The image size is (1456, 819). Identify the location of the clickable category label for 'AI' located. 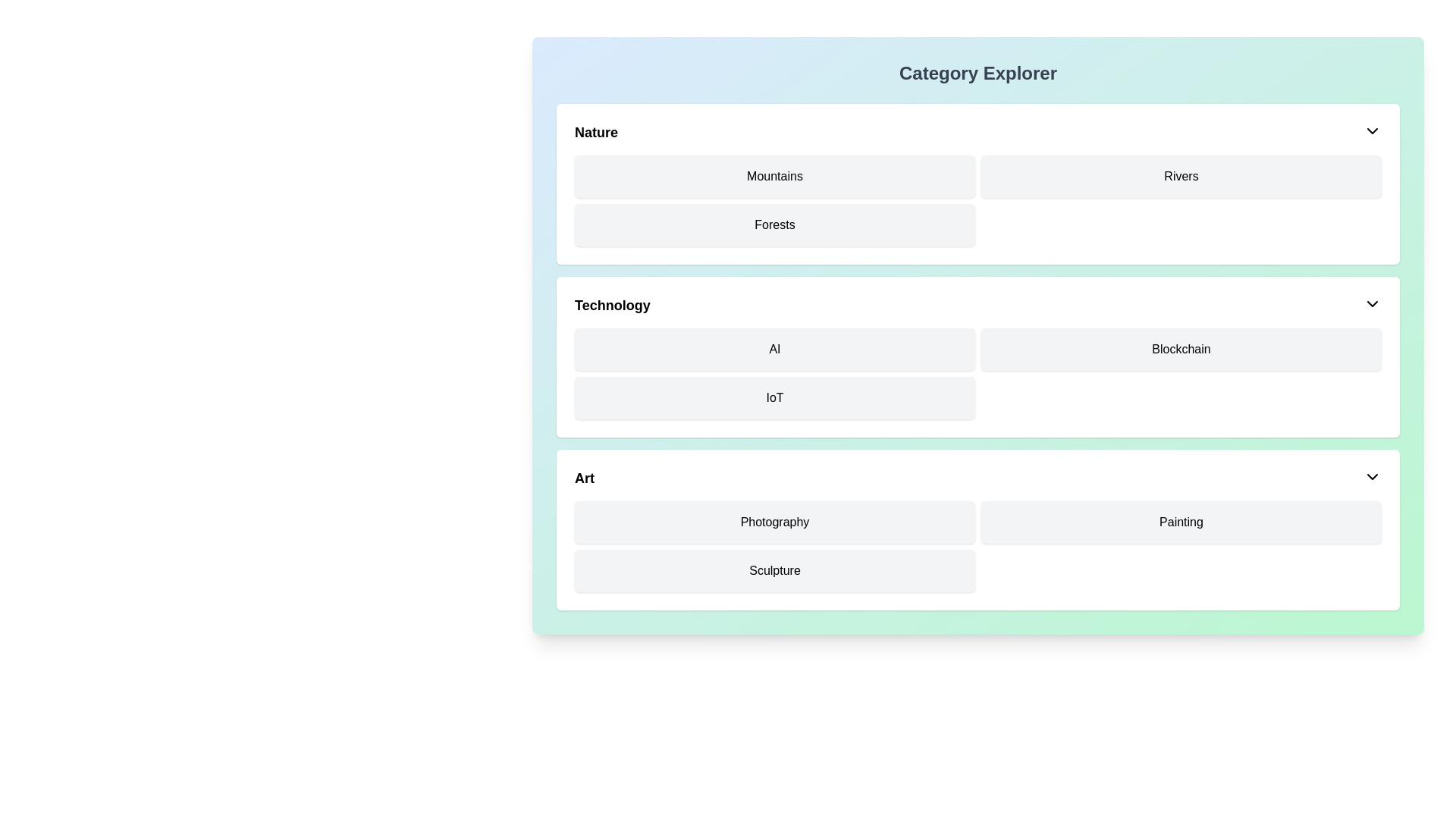
(775, 350).